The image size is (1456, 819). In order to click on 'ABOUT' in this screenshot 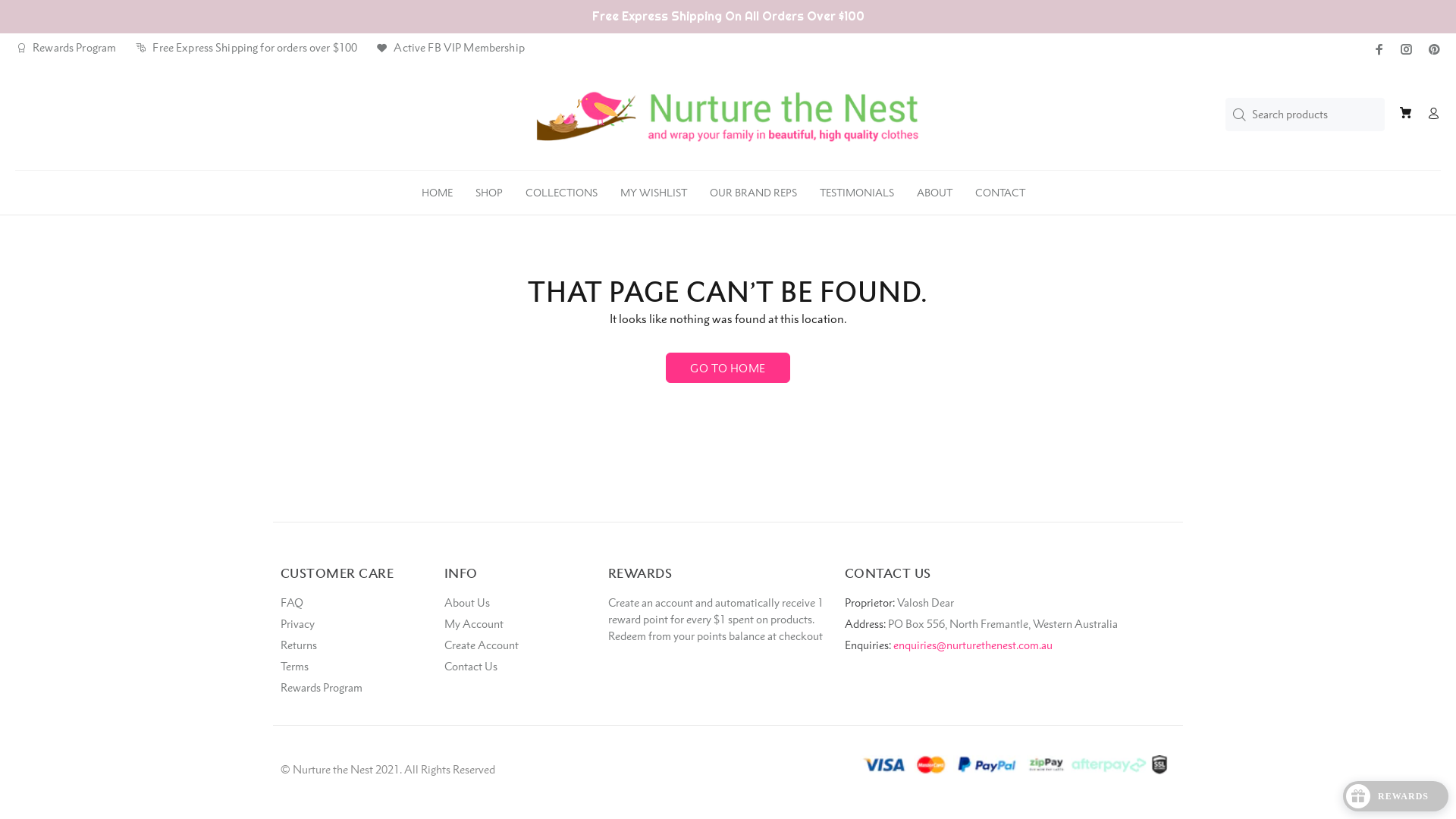, I will do `click(934, 188)`.